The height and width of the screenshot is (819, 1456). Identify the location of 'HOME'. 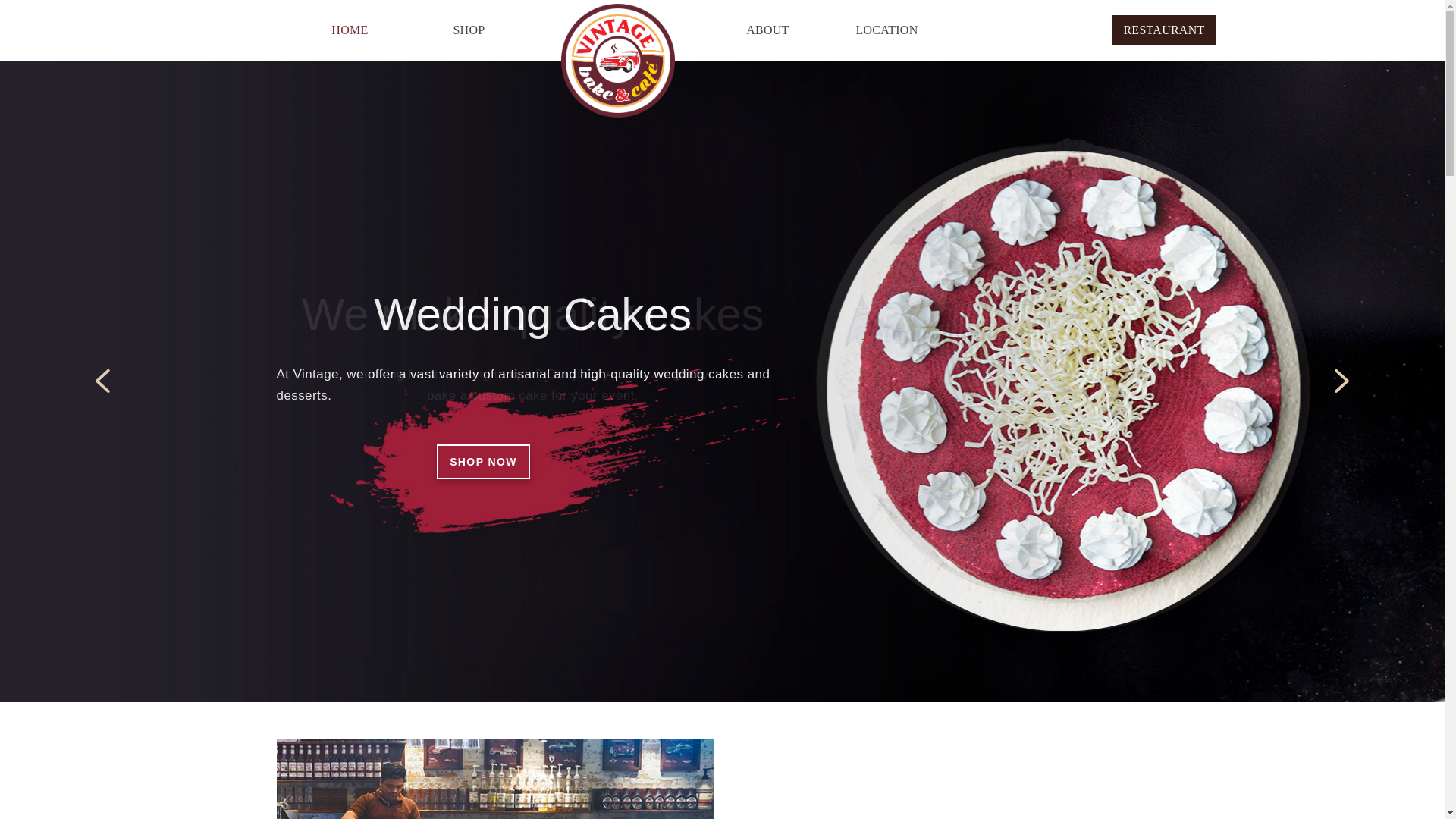
(330, 30).